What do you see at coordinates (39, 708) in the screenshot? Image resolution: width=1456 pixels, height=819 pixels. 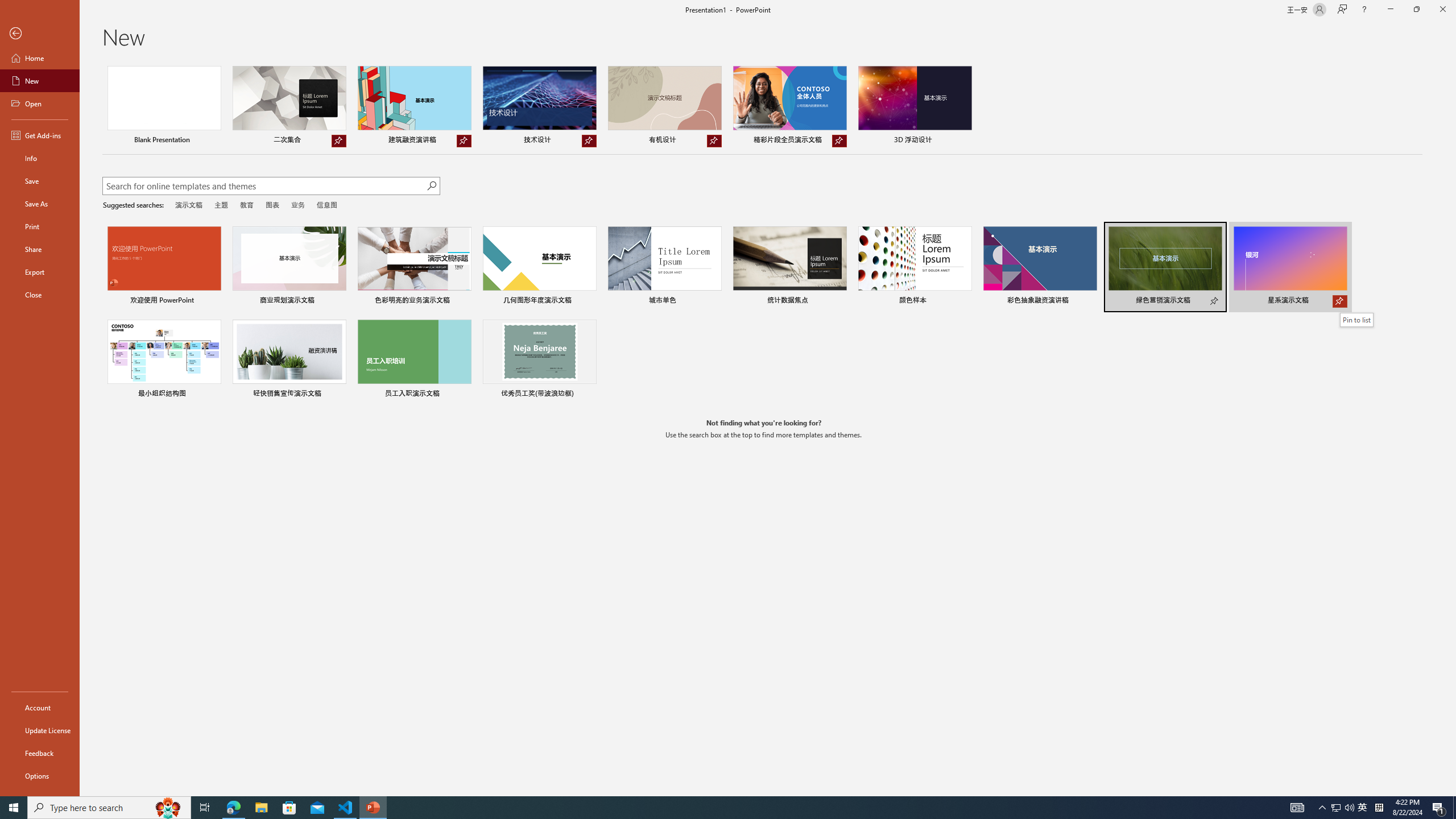 I see `'Account'` at bounding box center [39, 708].